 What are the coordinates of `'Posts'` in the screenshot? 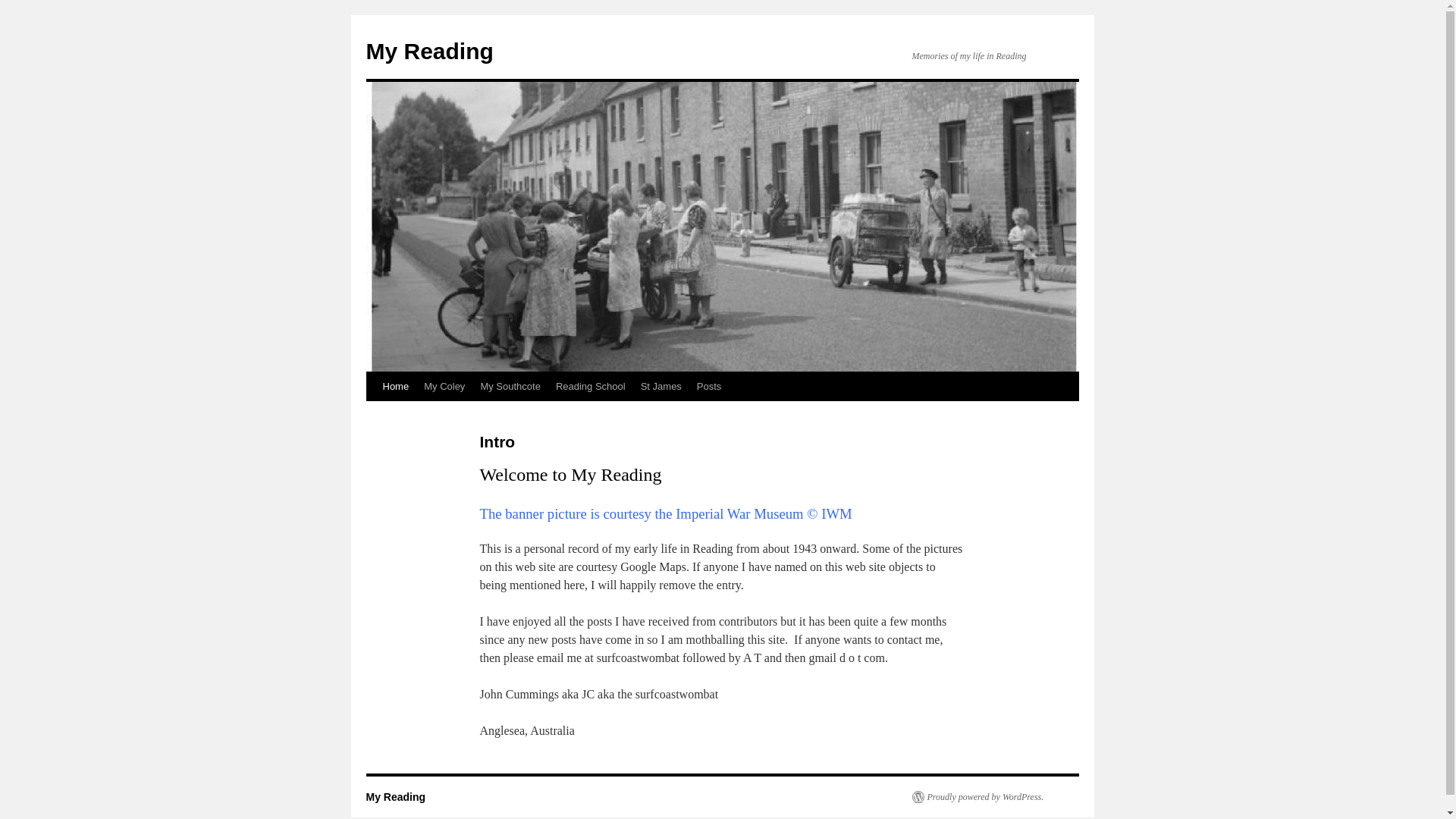 It's located at (708, 385).